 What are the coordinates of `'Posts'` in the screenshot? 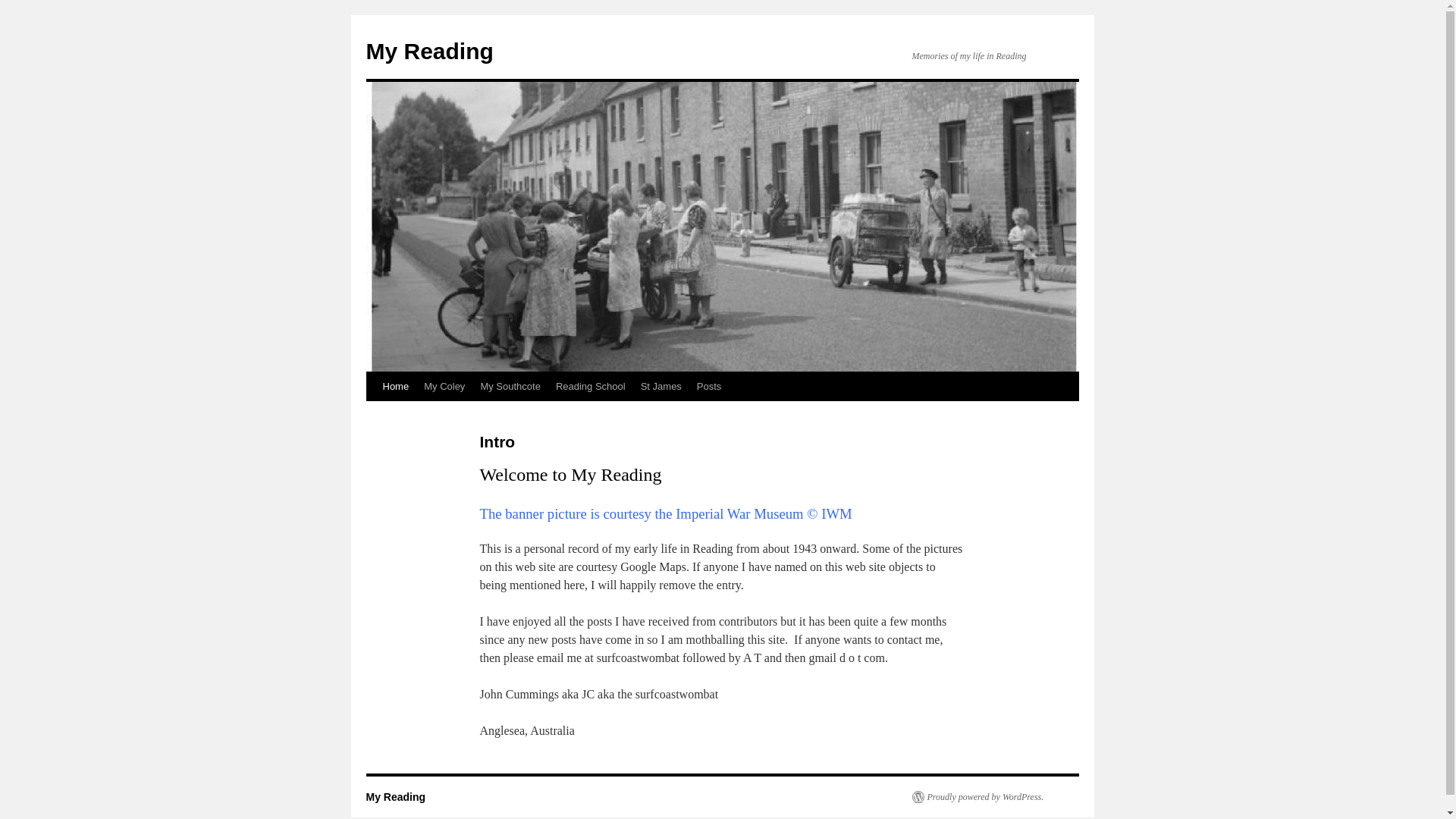 It's located at (708, 385).